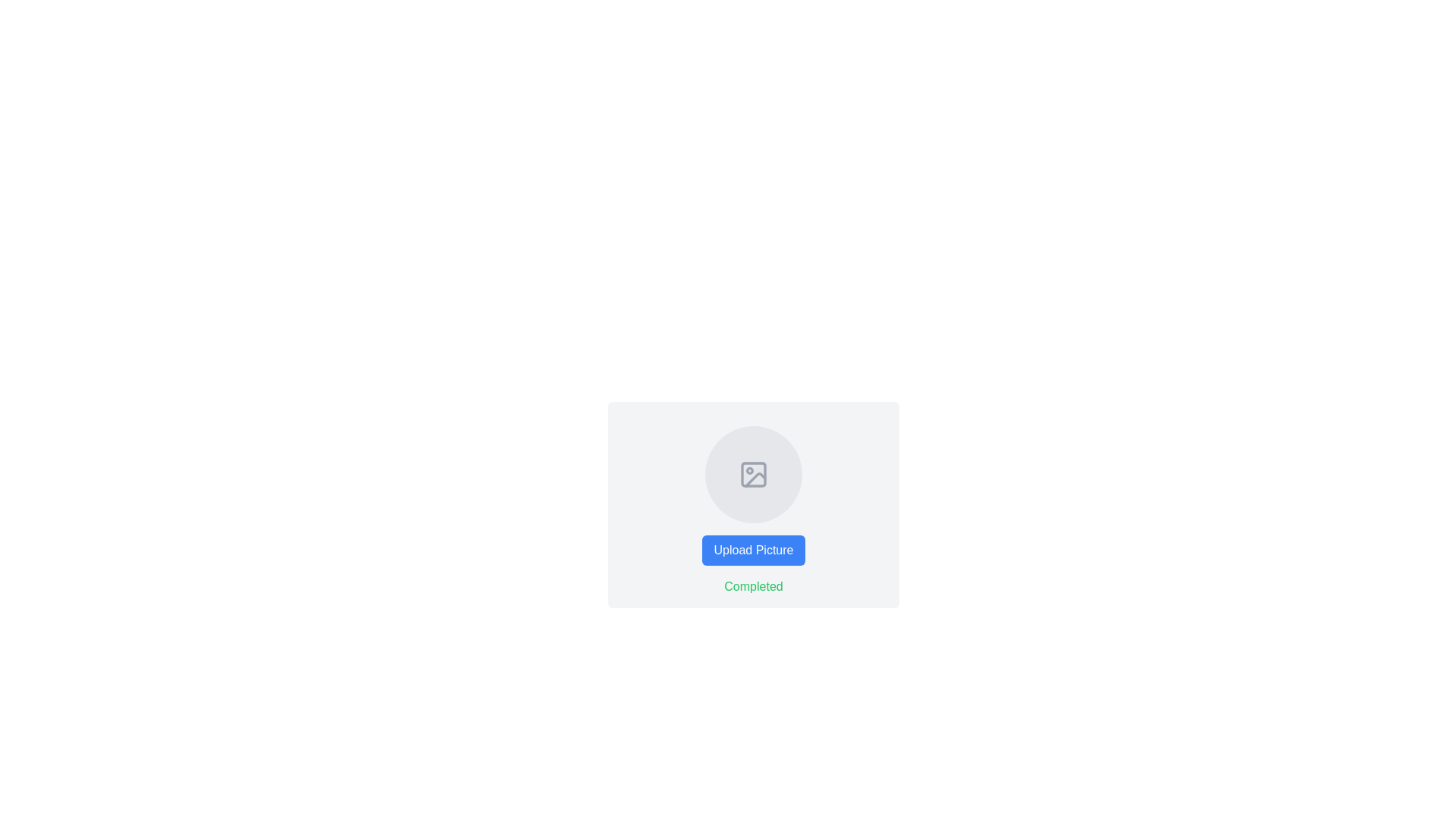 This screenshot has height=819, width=1456. I want to click on the green text label reading 'Completed', which is centrally aligned below the blue 'Upload Picture' button, so click(753, 586).